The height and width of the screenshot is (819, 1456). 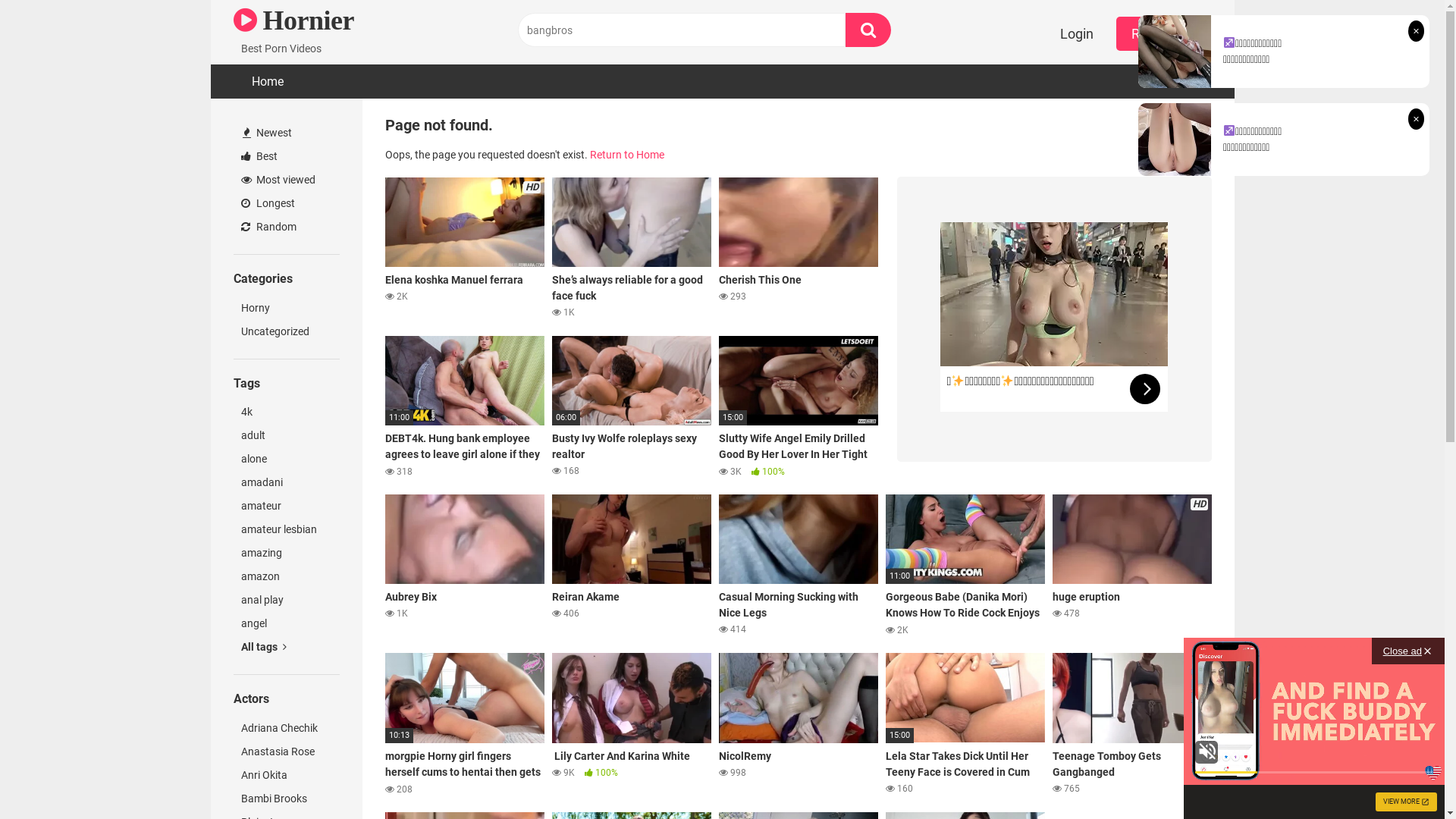 What do you see at coordinates (464, 565) in the screenshot?
I see `'Aubrey Bix` at bounding box center [464, 565].